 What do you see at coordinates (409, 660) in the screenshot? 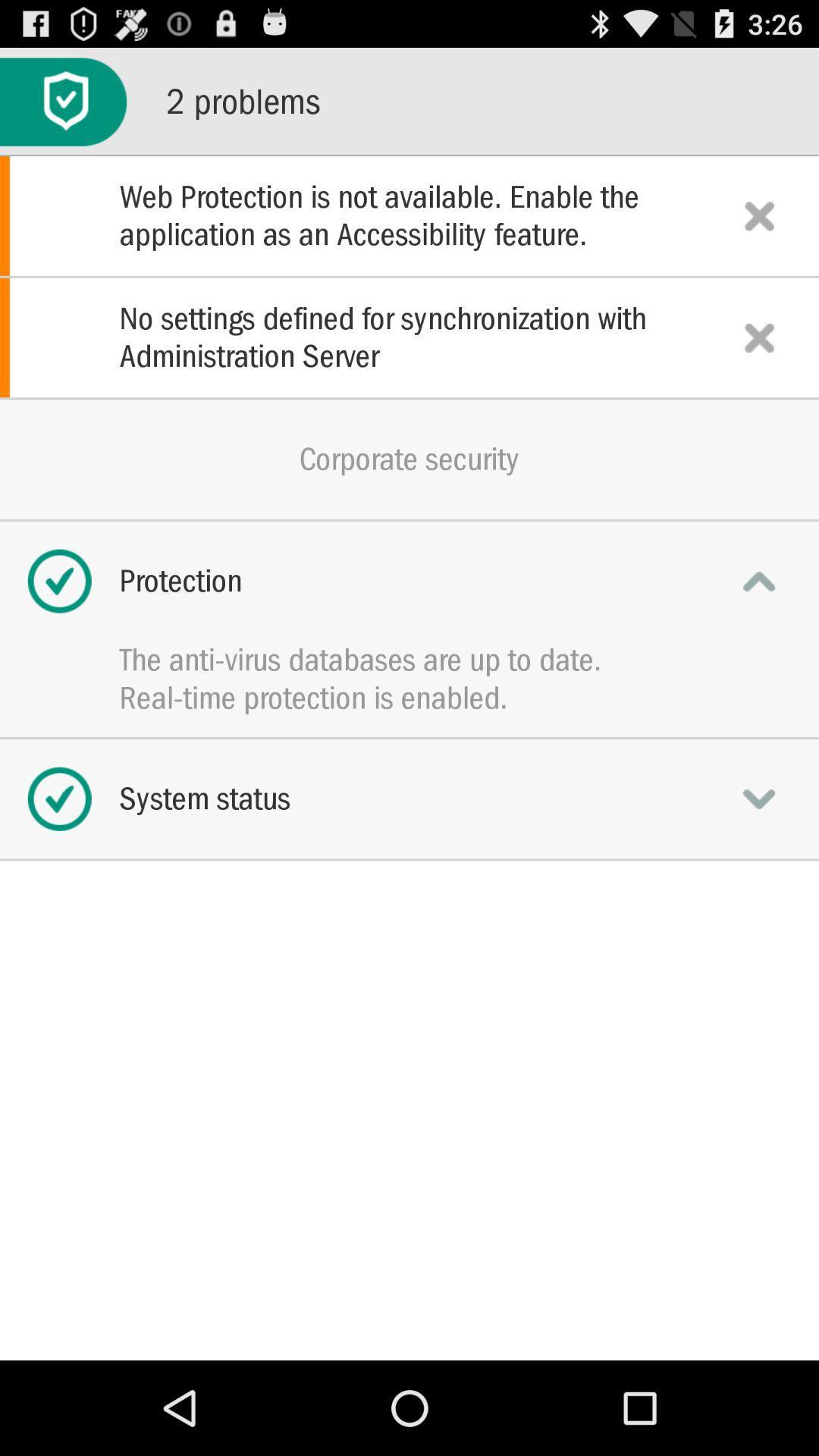
I see `the the anti virus app` at bounding box center [409, 660].